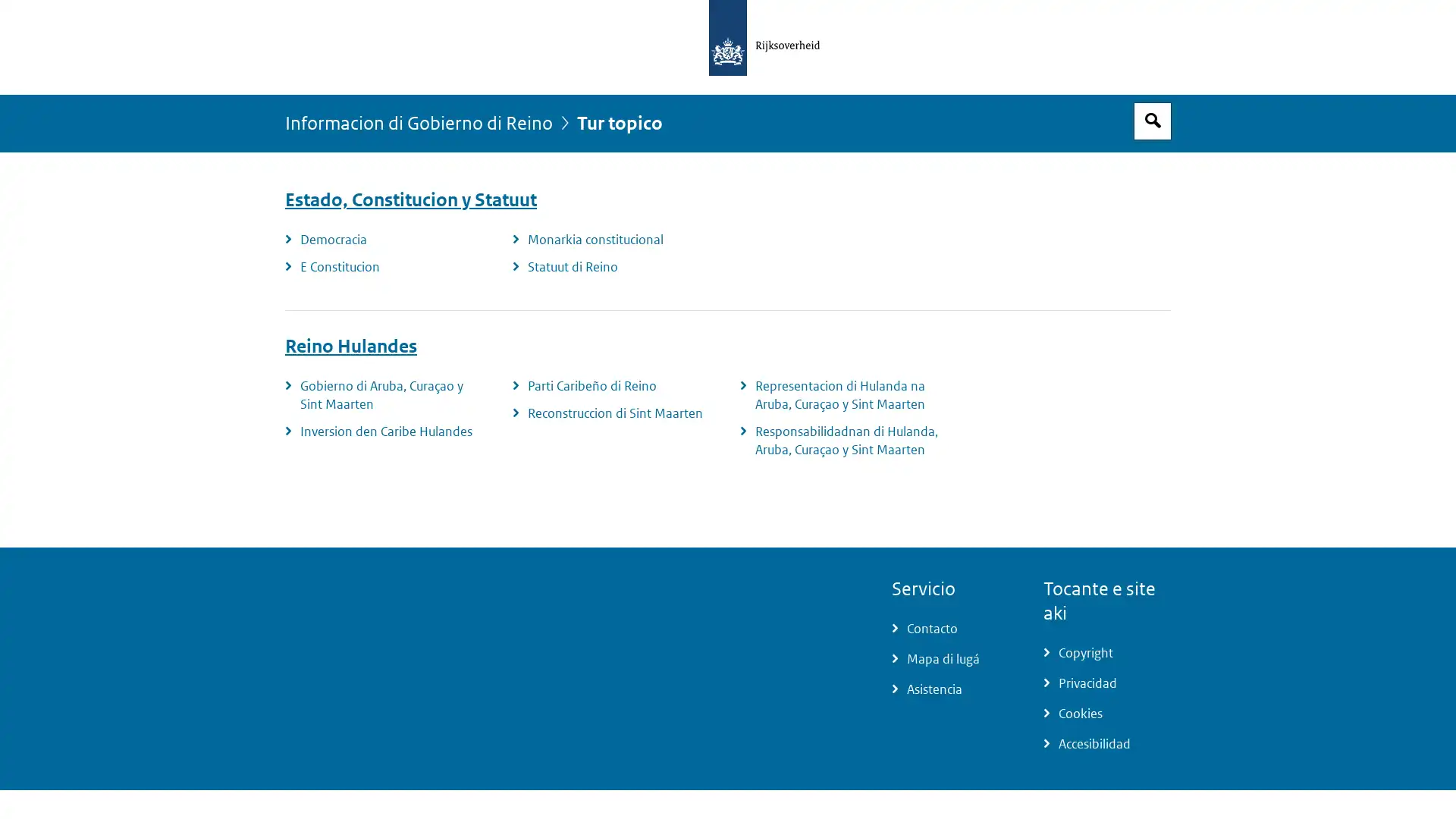 Image resolution: width=1456 pixels, height=819 pixels. I want to click on Espacio pa busca habri, so click(1153, 120).